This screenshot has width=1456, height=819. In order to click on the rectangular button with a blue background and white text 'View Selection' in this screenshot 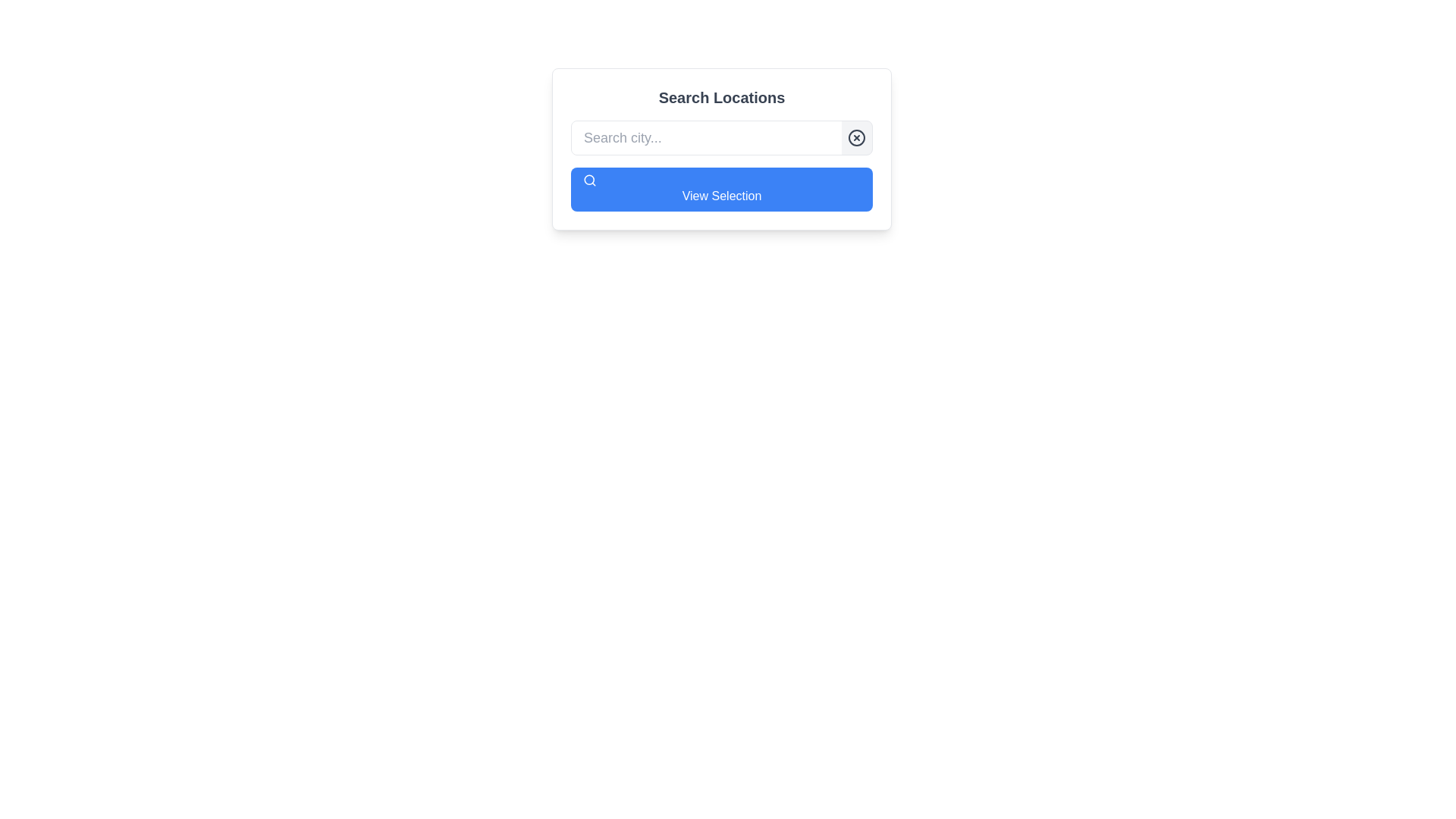, I will do `click(720, 189)`.